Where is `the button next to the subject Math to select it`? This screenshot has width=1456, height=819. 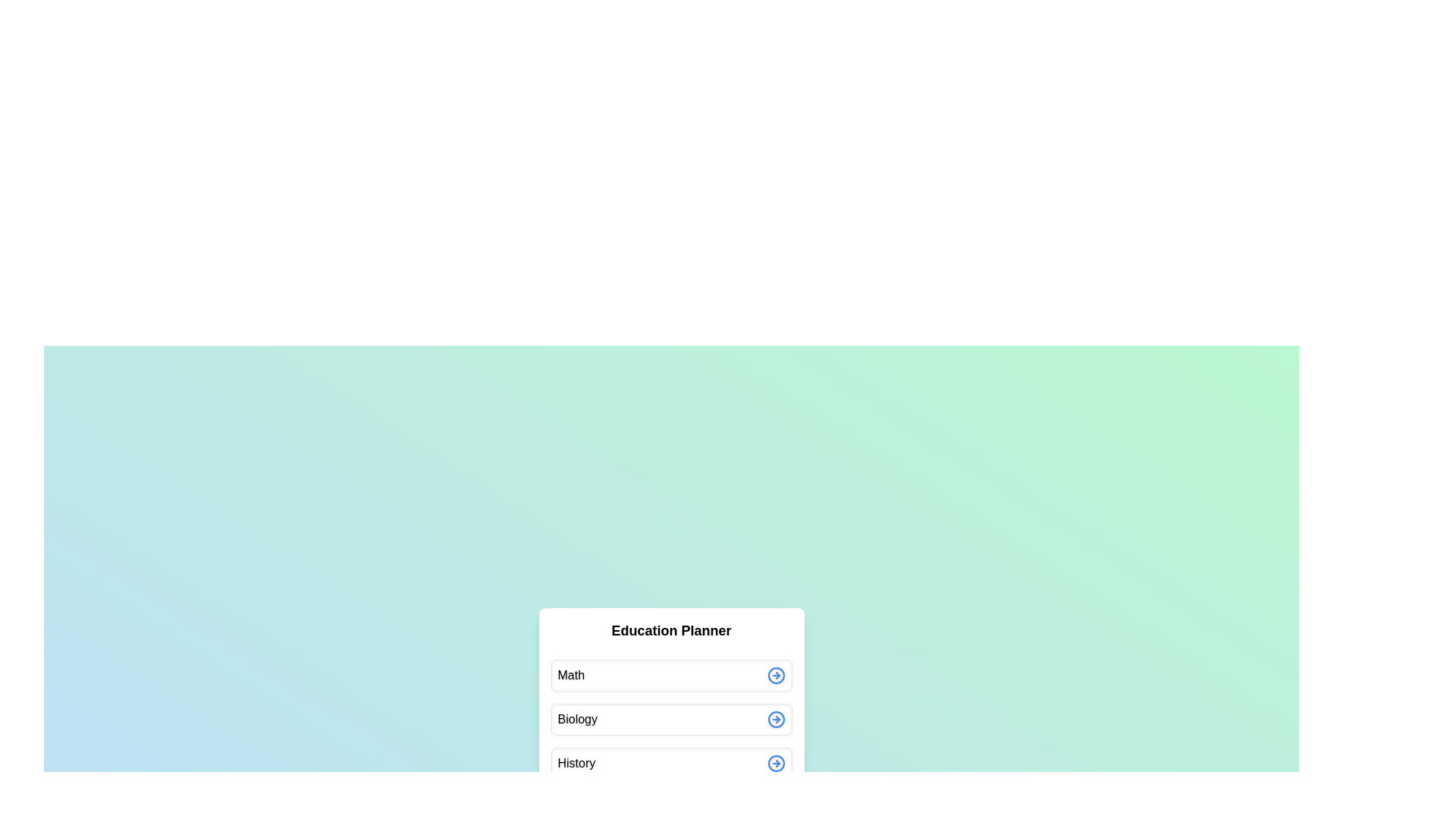 the button next to the subject Math to select it is located at coordinates (776, 674).